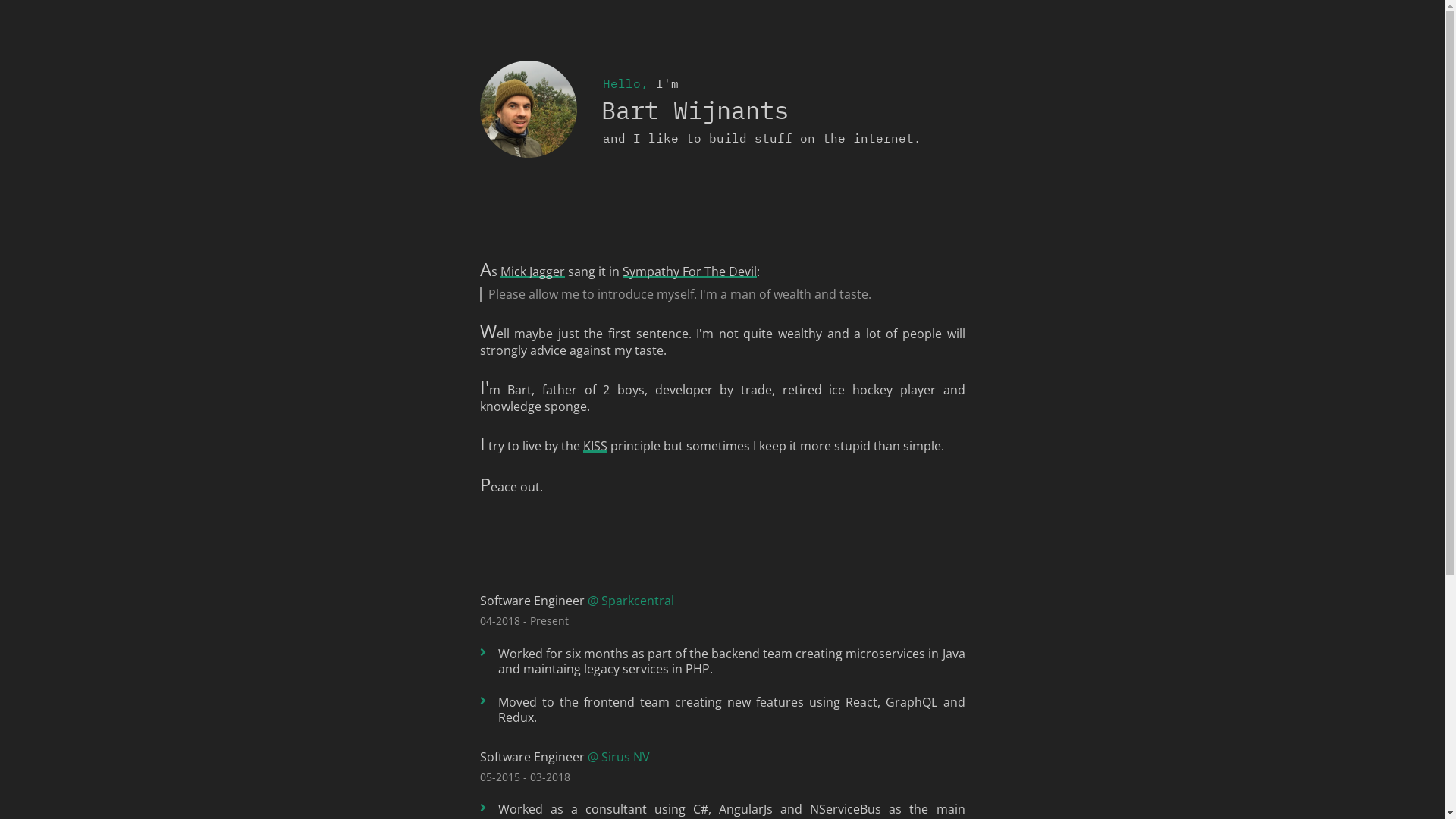 The height and width of the screenshot is (819, 1456). Describe the element at coordinates (593, 444) in the screenshot. I see `'KISS'` at that location.